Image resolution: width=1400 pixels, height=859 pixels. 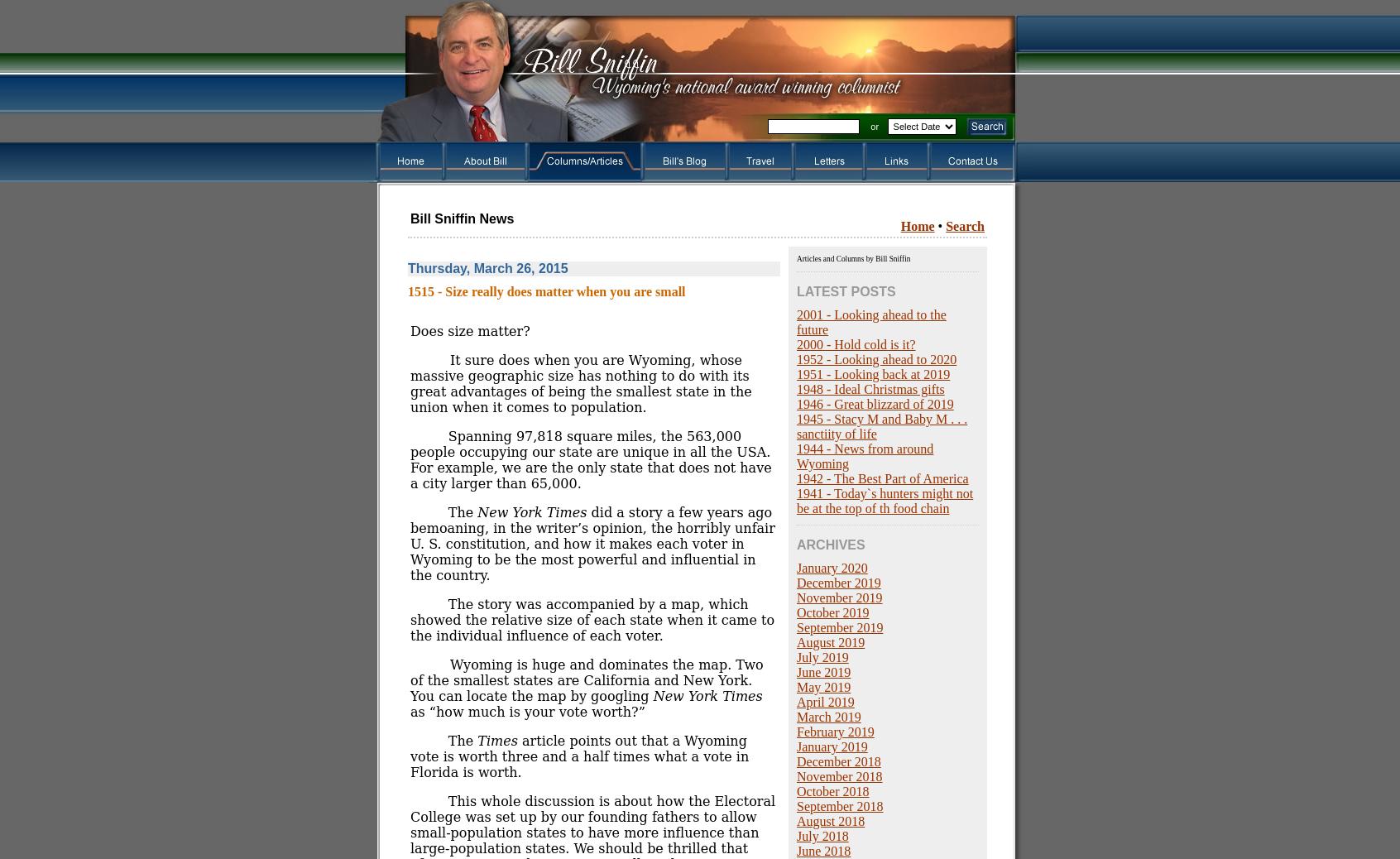 I want to click on '1948 - Ideal Christmas gifts', so click(x=796, y=389).